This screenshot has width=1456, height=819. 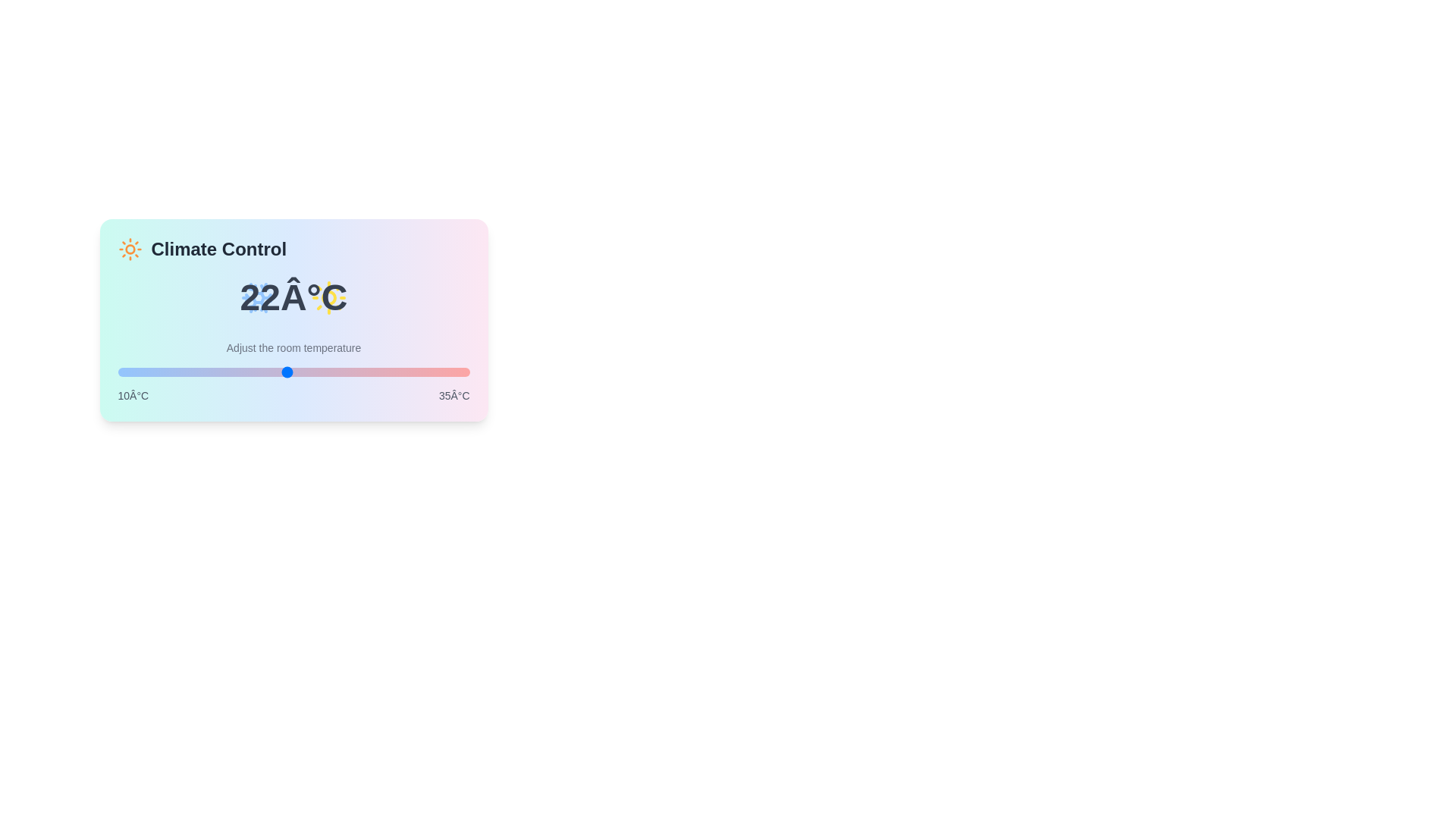 I want to click on the temperature slider to 16 degrees Celsius, so click(x=201, y=372).